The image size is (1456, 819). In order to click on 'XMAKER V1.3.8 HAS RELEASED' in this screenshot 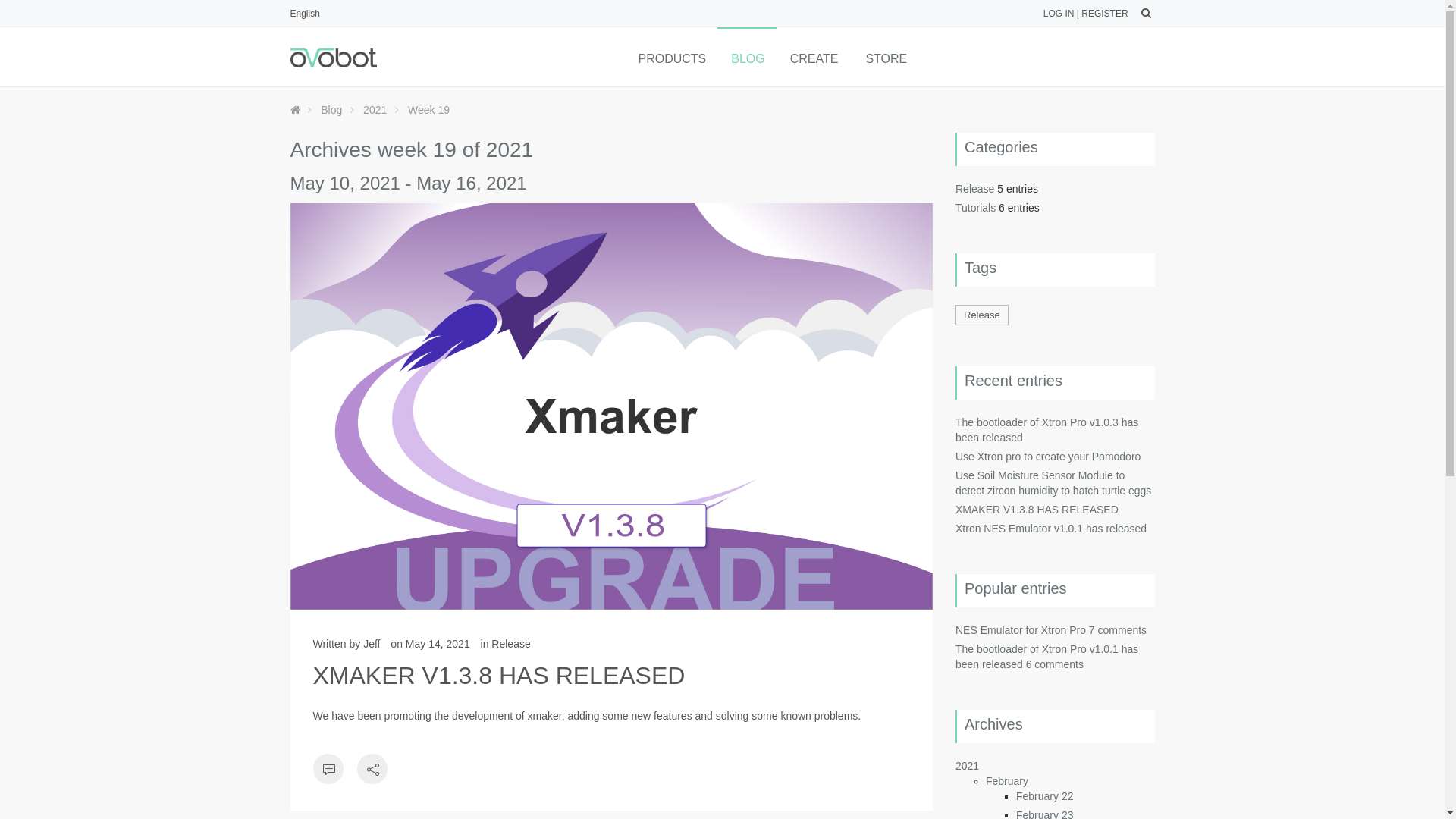, I will do `click(498, 675)`.